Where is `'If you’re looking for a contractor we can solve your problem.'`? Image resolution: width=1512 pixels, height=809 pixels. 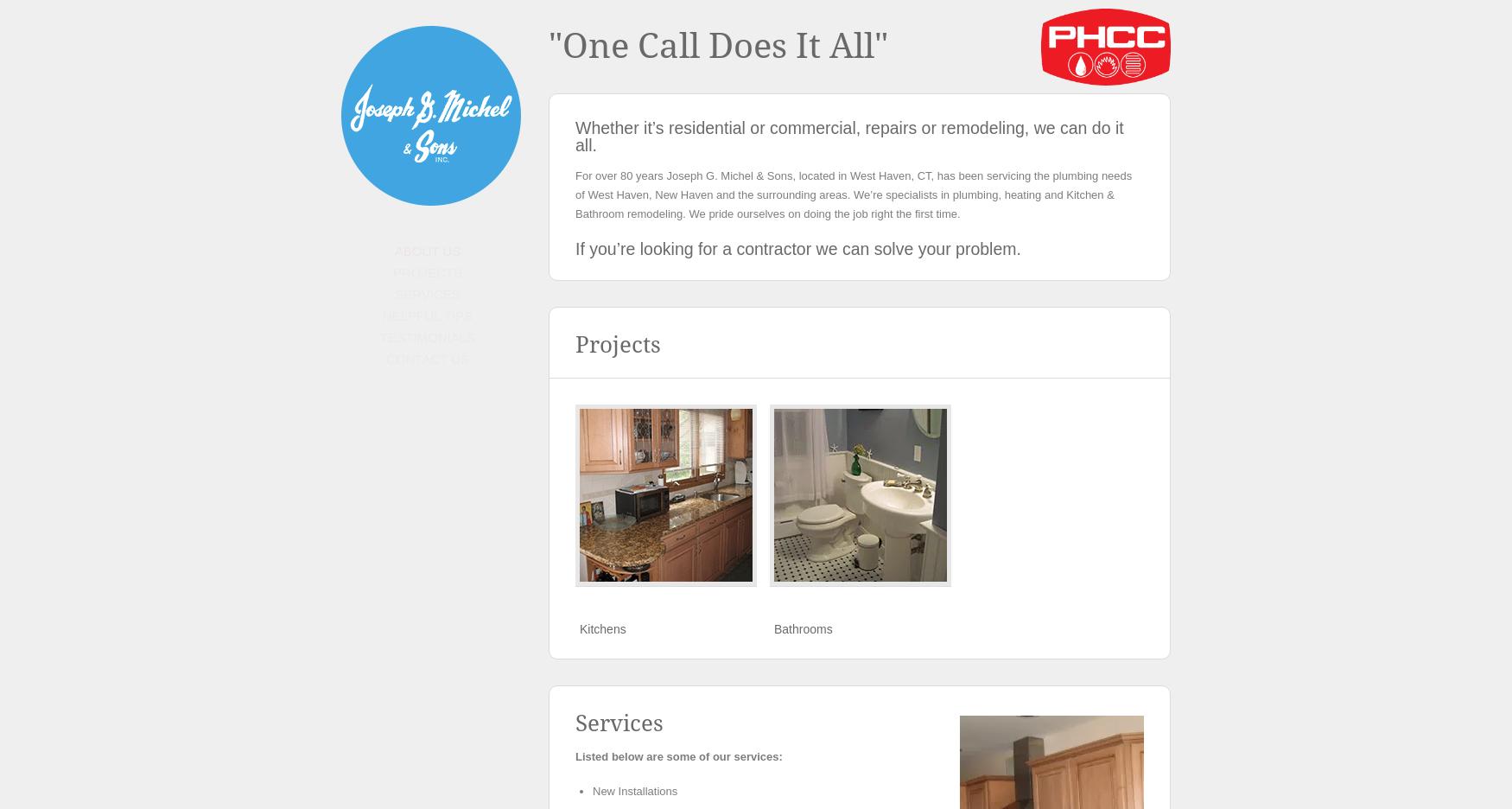
'If you’re looking for a contractor we can solve your problem.' is located at coordinates (797, 249).